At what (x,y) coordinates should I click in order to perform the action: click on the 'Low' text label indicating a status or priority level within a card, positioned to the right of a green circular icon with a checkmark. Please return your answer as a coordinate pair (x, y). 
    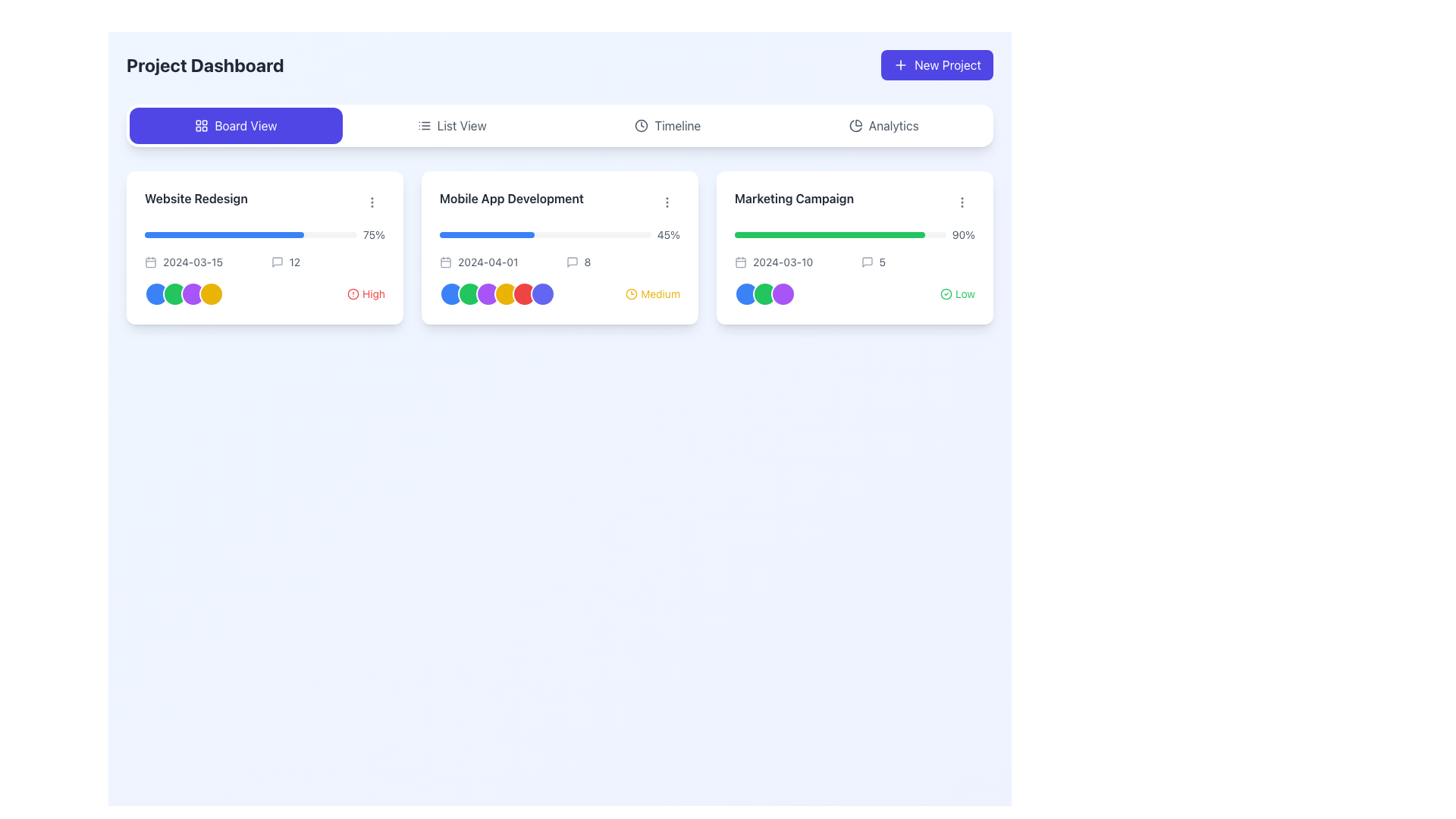
    Looking at the image, I should click on (964, 294).